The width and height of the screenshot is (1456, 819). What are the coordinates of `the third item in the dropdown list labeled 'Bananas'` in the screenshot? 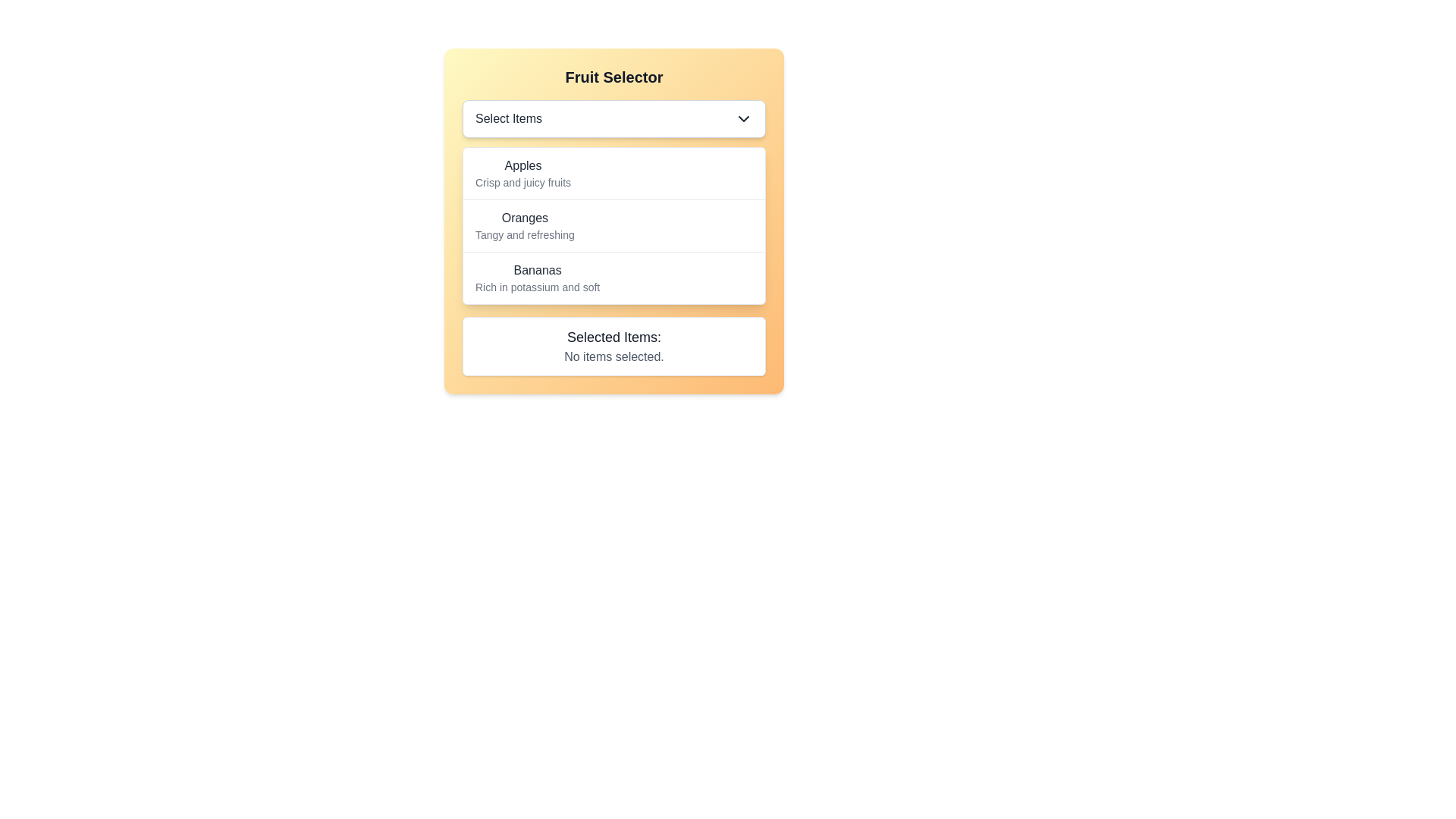 It's located at (614, 278).